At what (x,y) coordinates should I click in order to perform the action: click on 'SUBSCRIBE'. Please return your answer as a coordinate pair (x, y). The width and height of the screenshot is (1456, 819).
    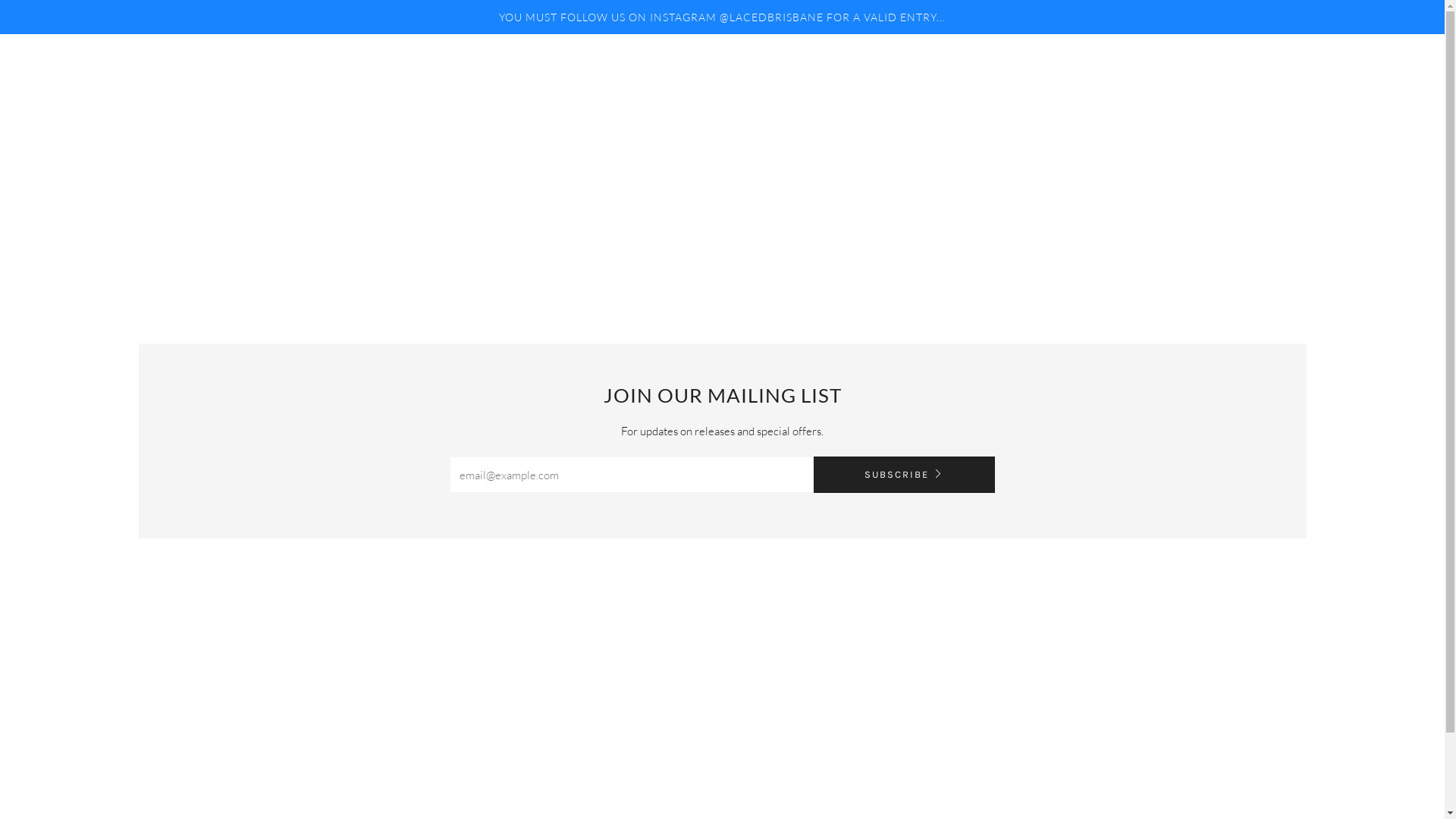
    Looking at the image, I should click on (811, 473).